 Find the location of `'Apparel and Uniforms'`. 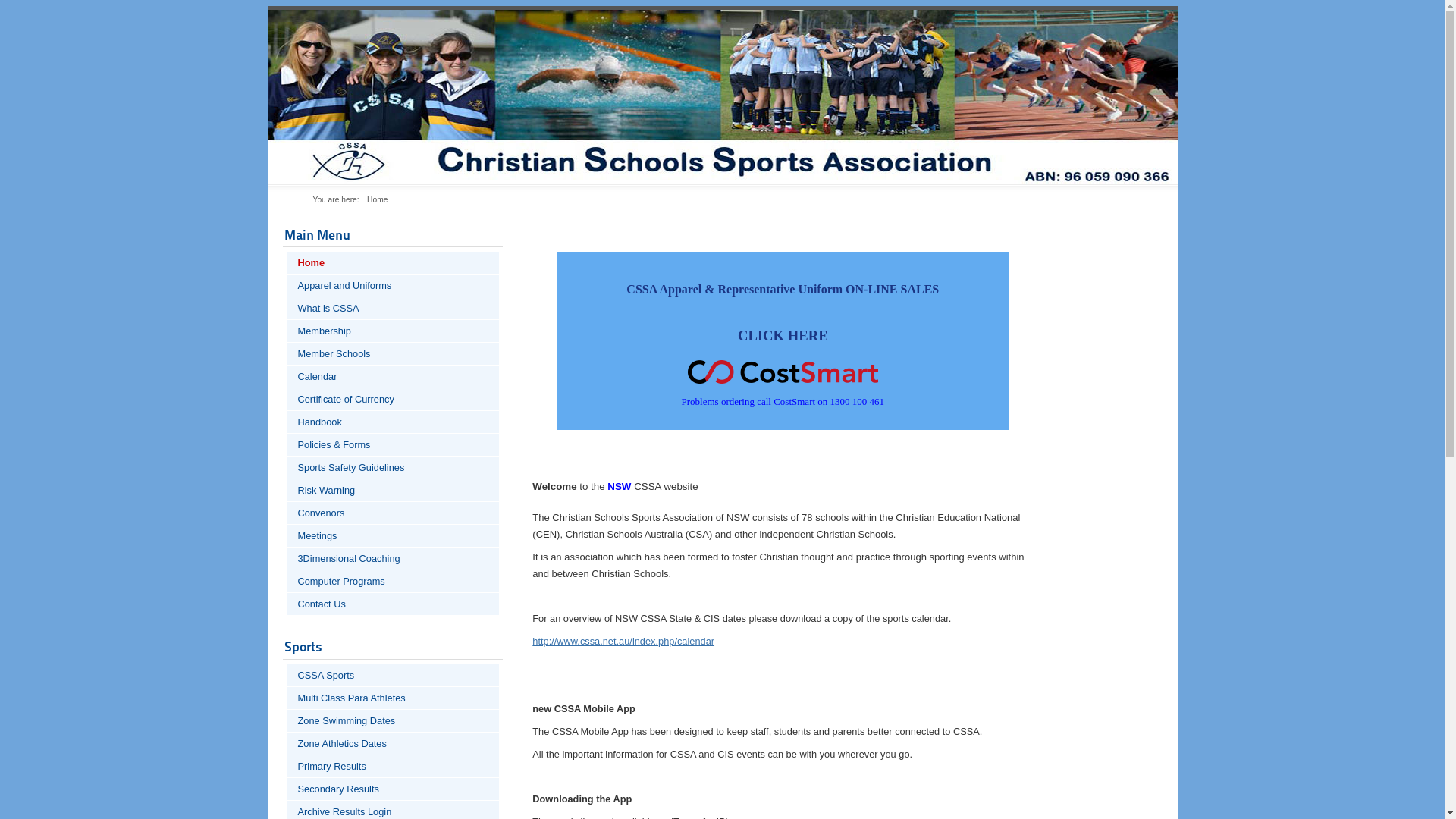

'Apparel and Uniforms' is located at coordinates (393, 285).